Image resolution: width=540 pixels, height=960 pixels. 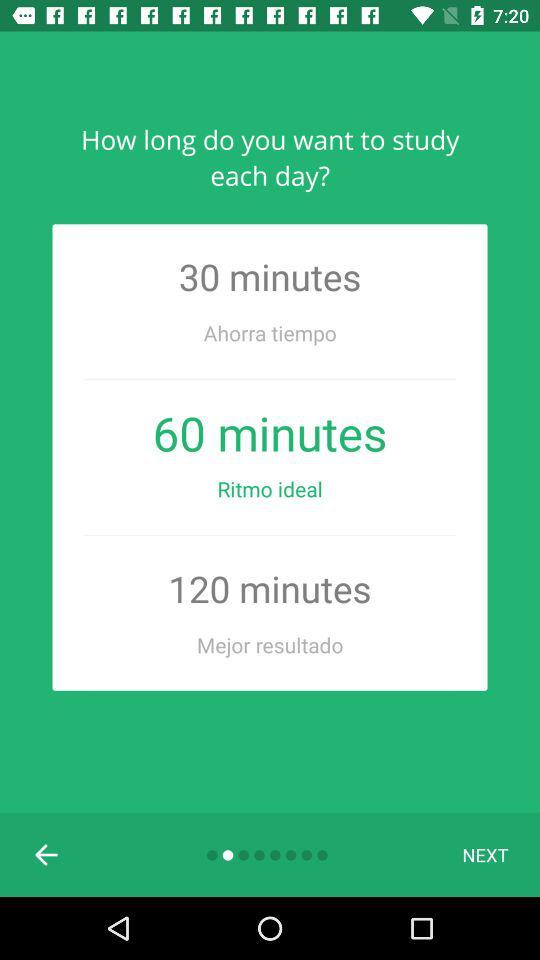 What do you see at coordinates (47, 853) in the screenshot?
I see `item below the mejor resultado` at bounding box center [47, 853].